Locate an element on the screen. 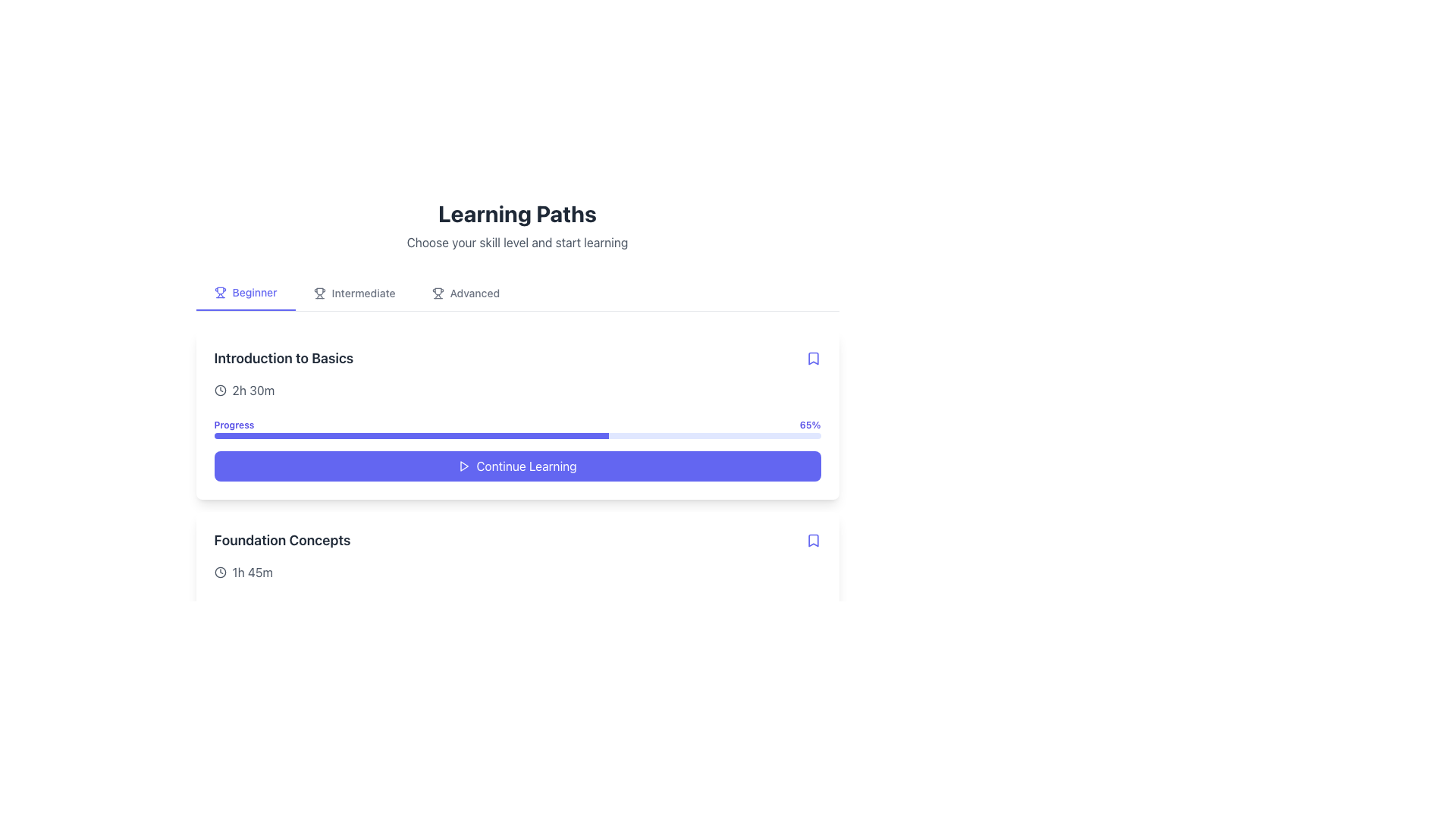  the indigo bookmark-shaped icon located in the top-right corner of the 'Foundation Concepts' topic card to bookmark the topic is located at coordinates (812, 540).